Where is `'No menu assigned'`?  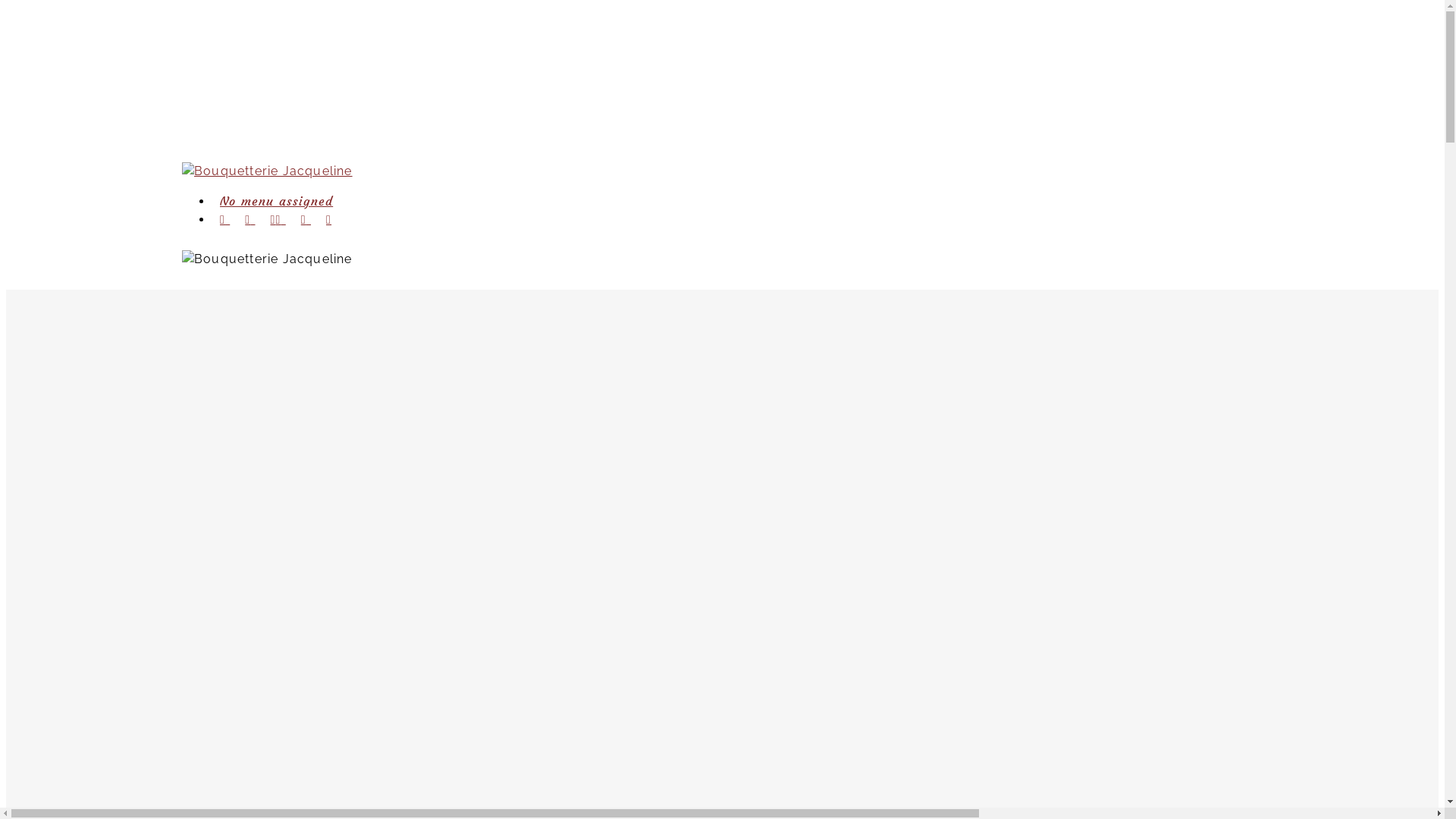
'No menu assigned' is located at coordinates (276, 200).